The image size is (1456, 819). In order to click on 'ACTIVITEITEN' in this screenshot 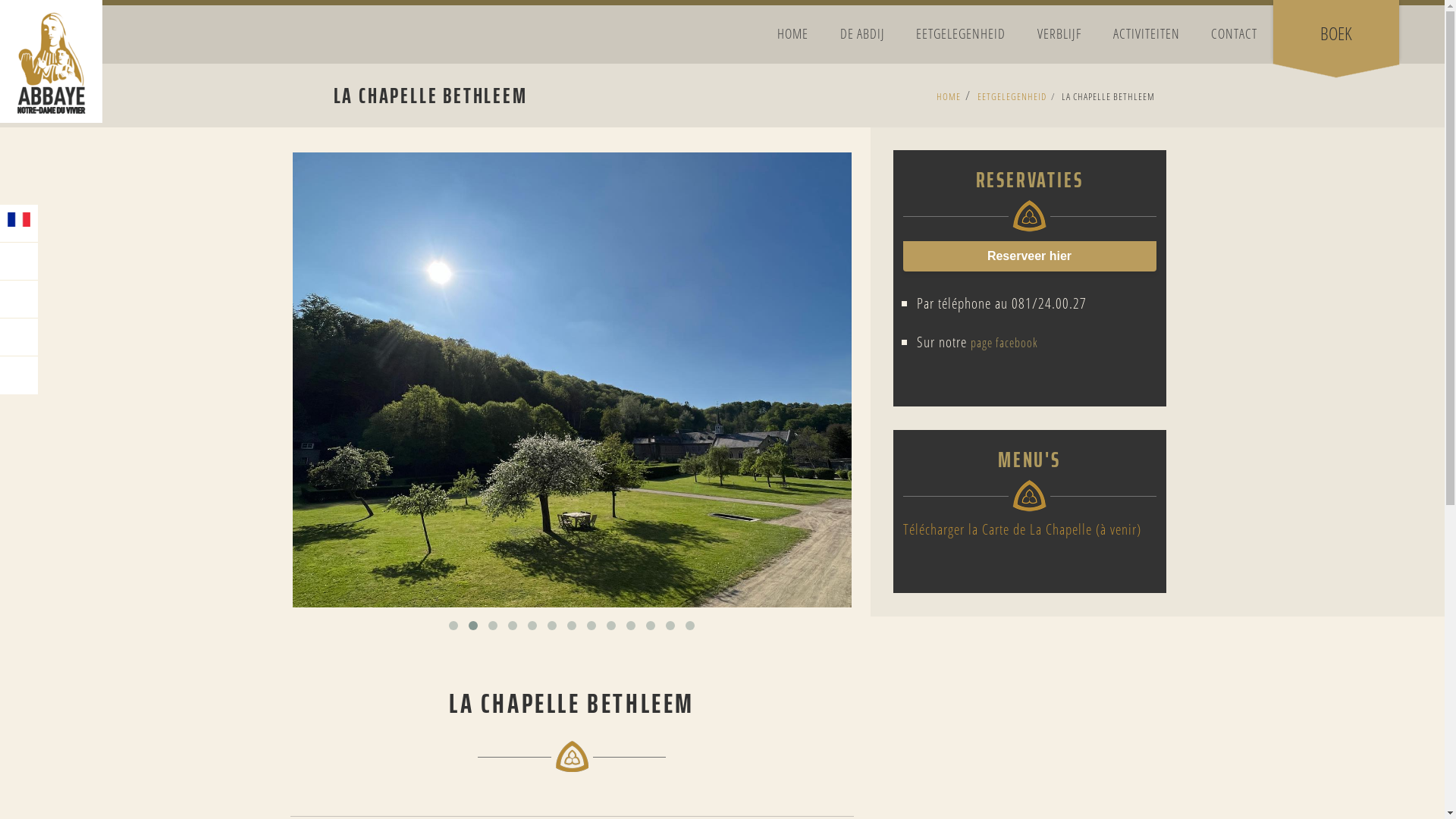, I will do `click(1147, 33)`.